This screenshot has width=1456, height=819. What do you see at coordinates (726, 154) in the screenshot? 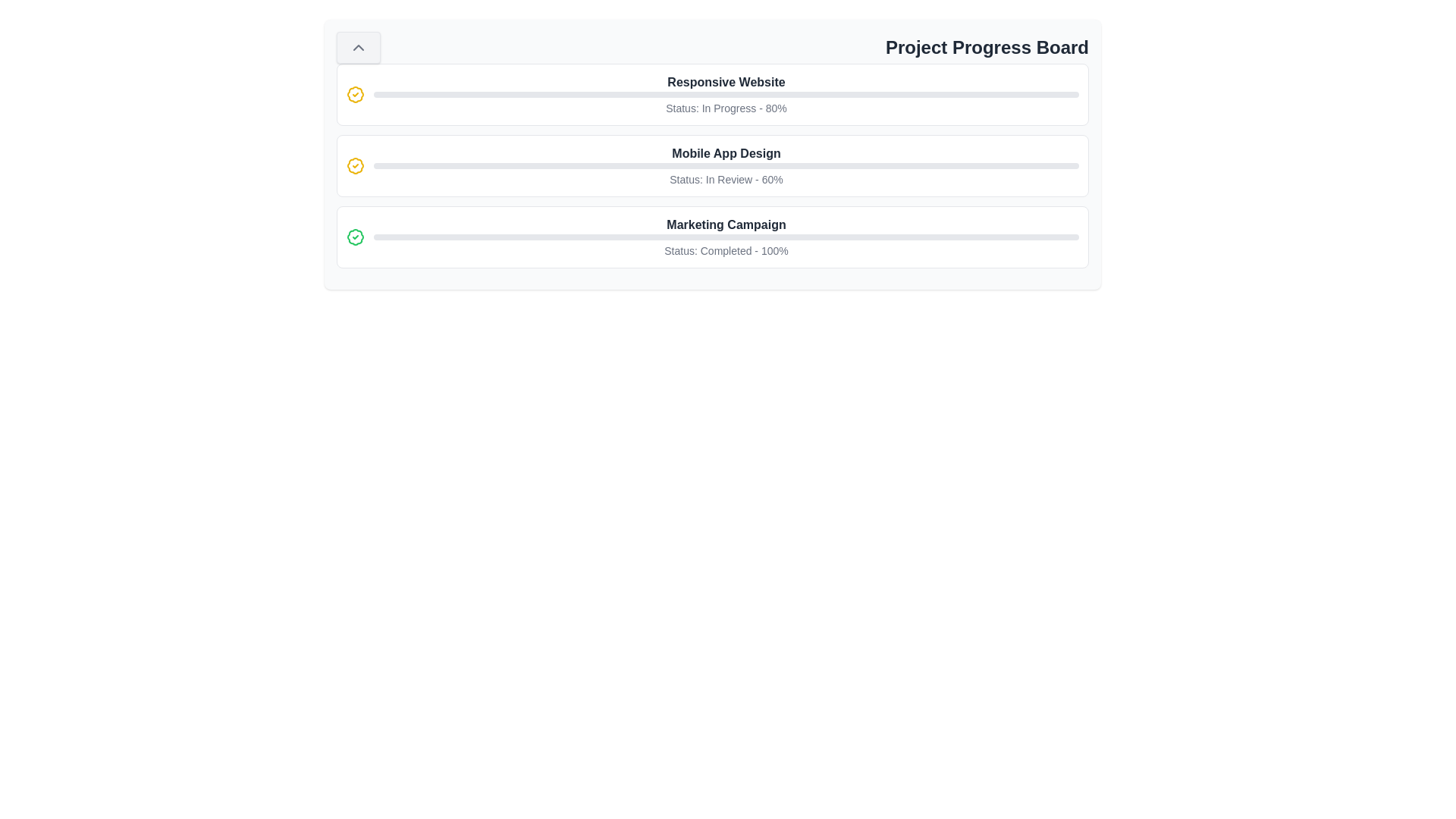
I see `the text label that serves as the title for the 'Mobile App Design' task, which is centrally aligned in the second section of the progress board` at bounding box center [726, 154].